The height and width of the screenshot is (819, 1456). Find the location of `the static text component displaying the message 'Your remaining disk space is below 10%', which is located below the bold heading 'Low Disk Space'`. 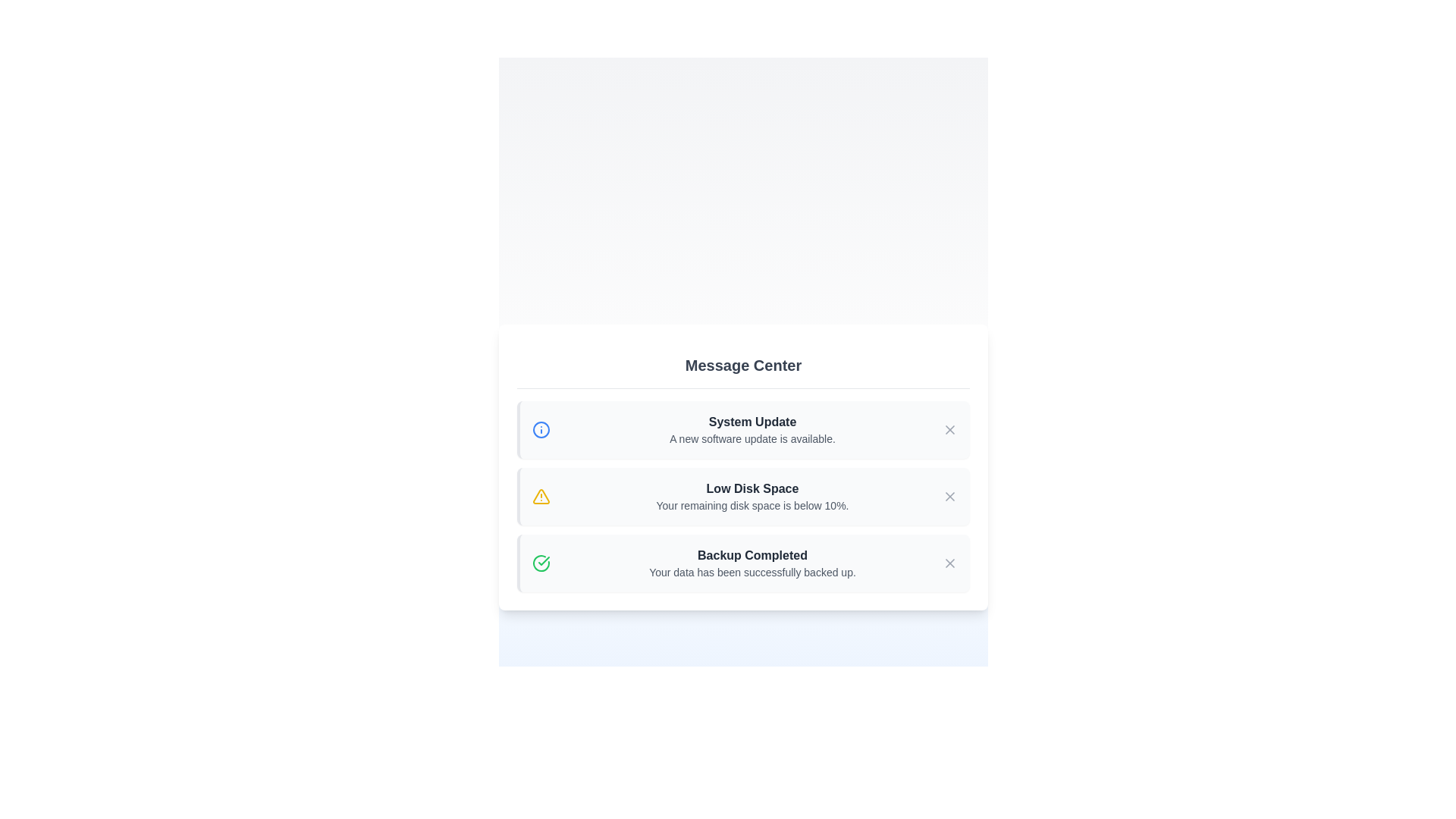

the static text component displaying the message 'Your remaining disk space is below 10%', which is located below the bold heading 'Low Disk Space' is located at coordinates (752, 505).